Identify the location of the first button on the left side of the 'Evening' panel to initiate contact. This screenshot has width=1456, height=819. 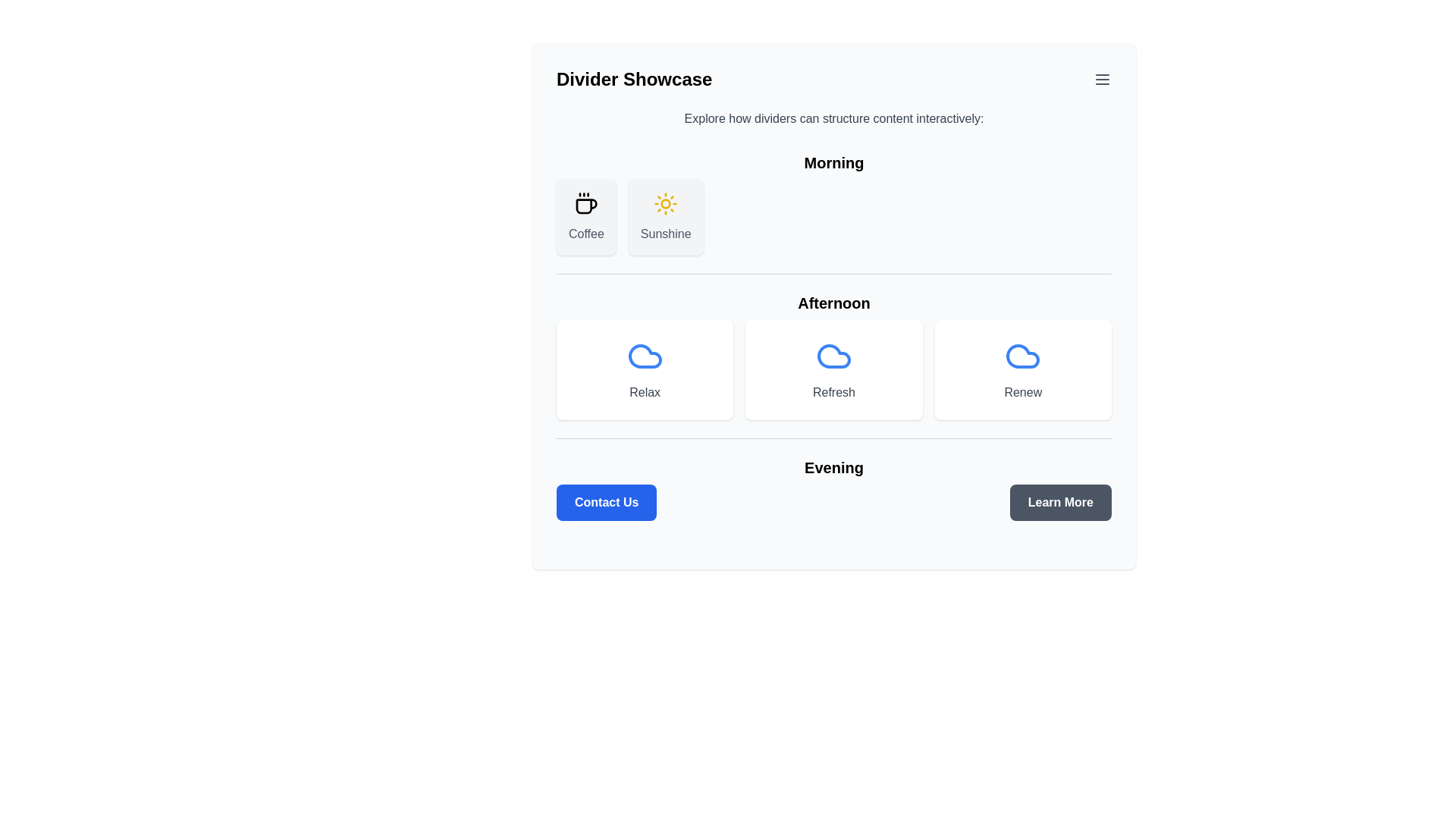
(607, 503).